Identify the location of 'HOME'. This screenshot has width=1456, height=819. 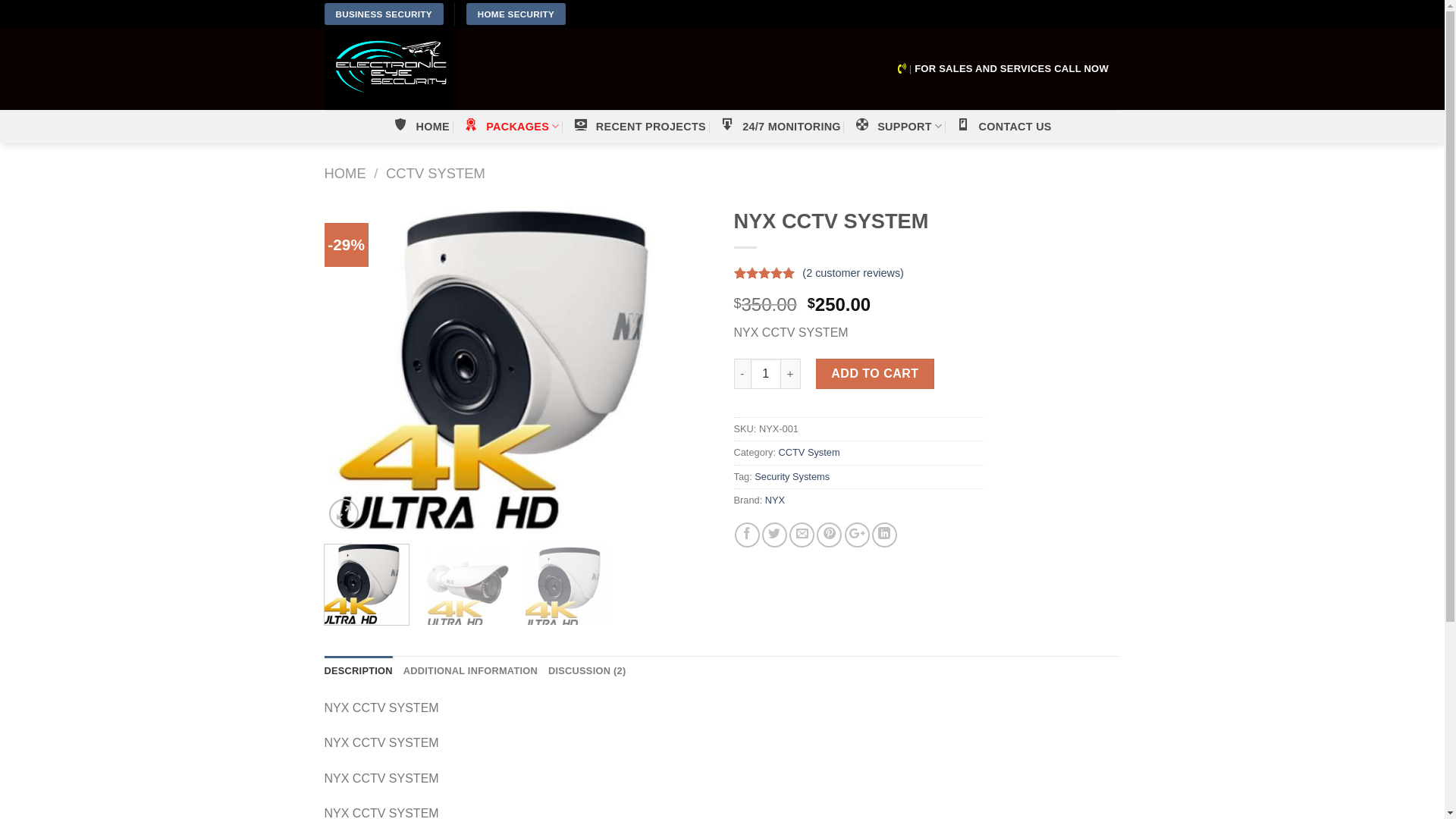
(323, 172).